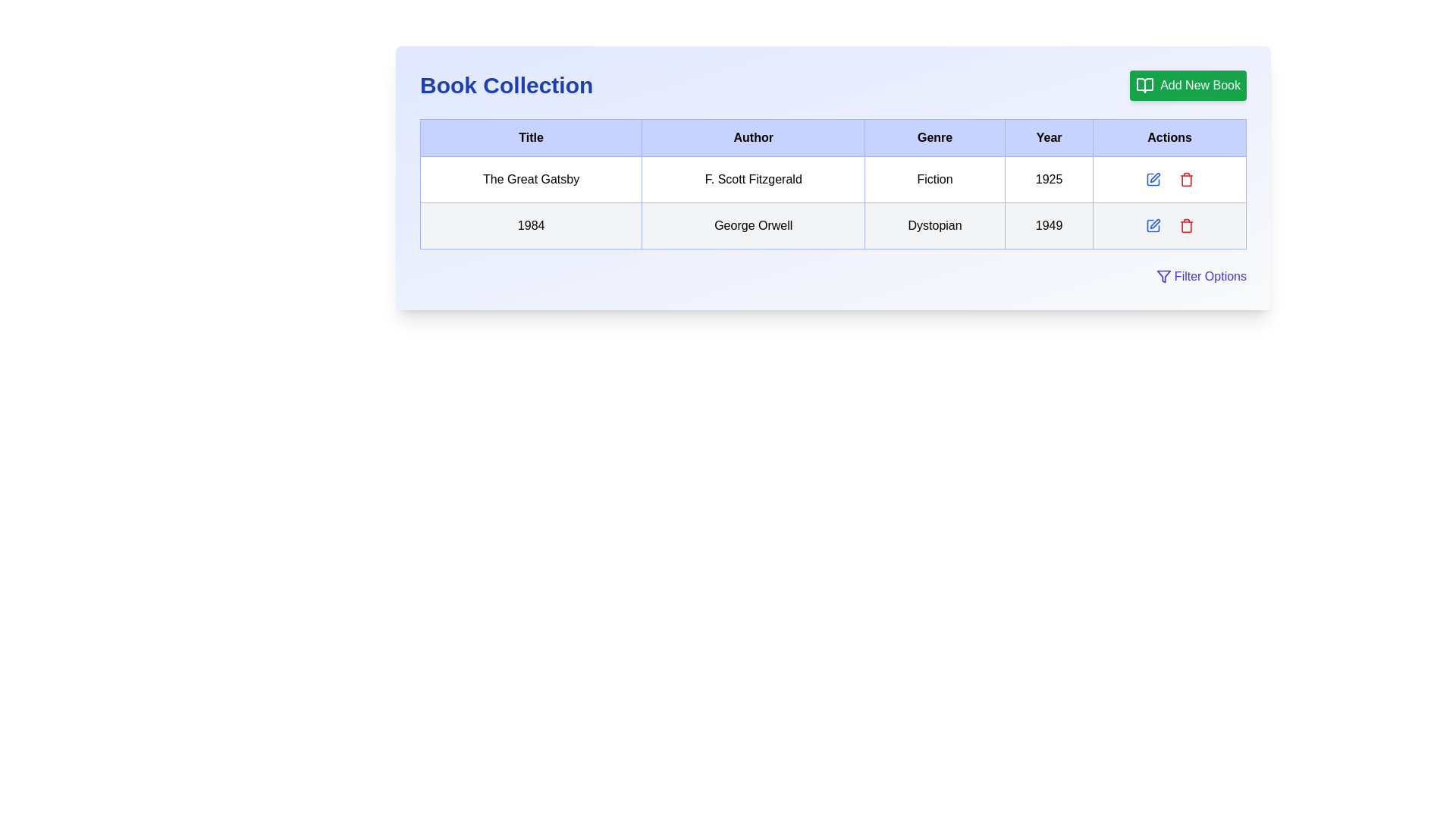 This screenshot has width=1456, height=819. I want to click on the table row containing data for the book titled 'The Great Gatsby', which includes multiple columns such as title, author, genre, and publication year, so click(833, 178).